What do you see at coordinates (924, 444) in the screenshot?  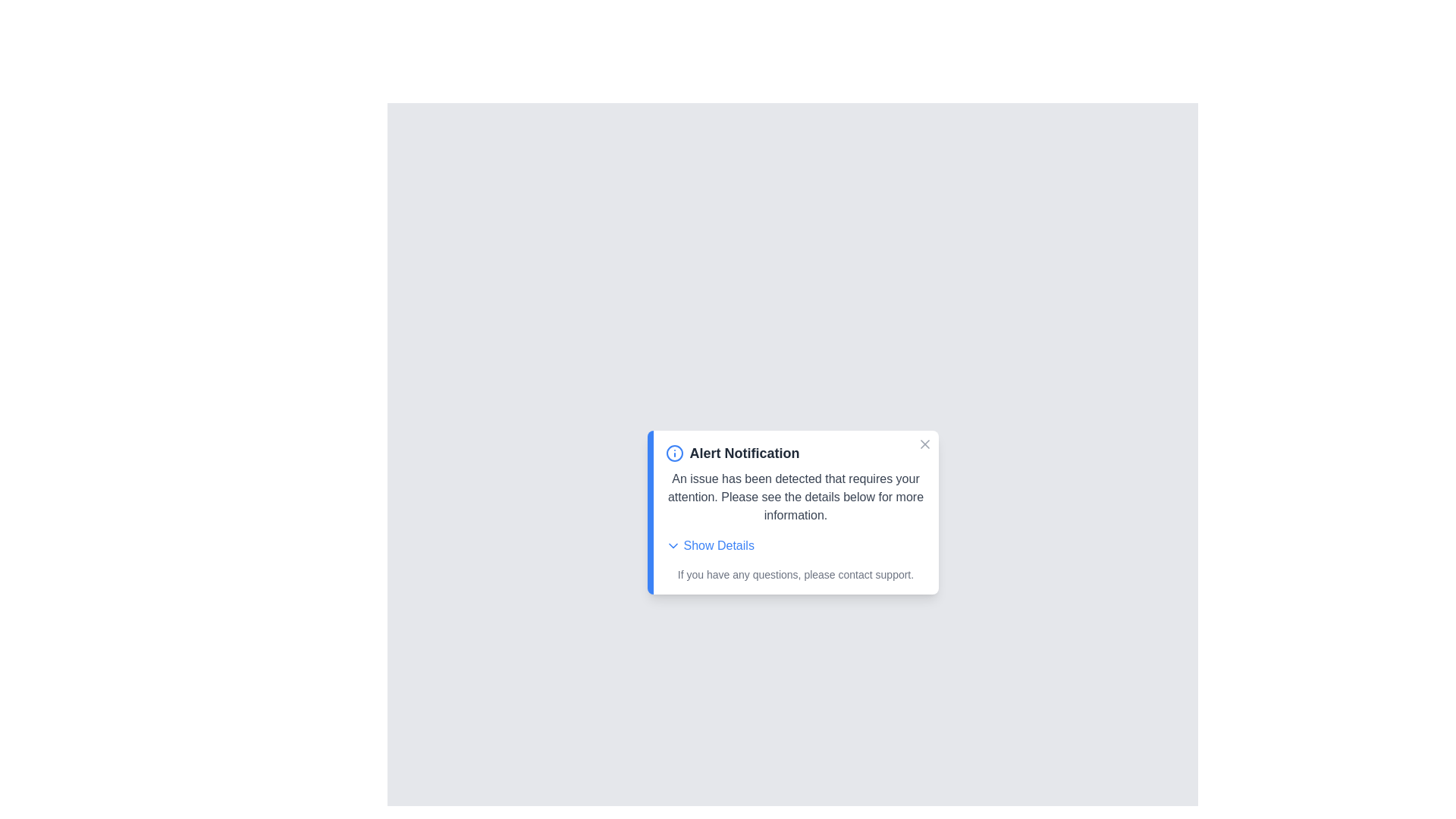 I see `the close button to close the alert` at bounding box center [924, 444].